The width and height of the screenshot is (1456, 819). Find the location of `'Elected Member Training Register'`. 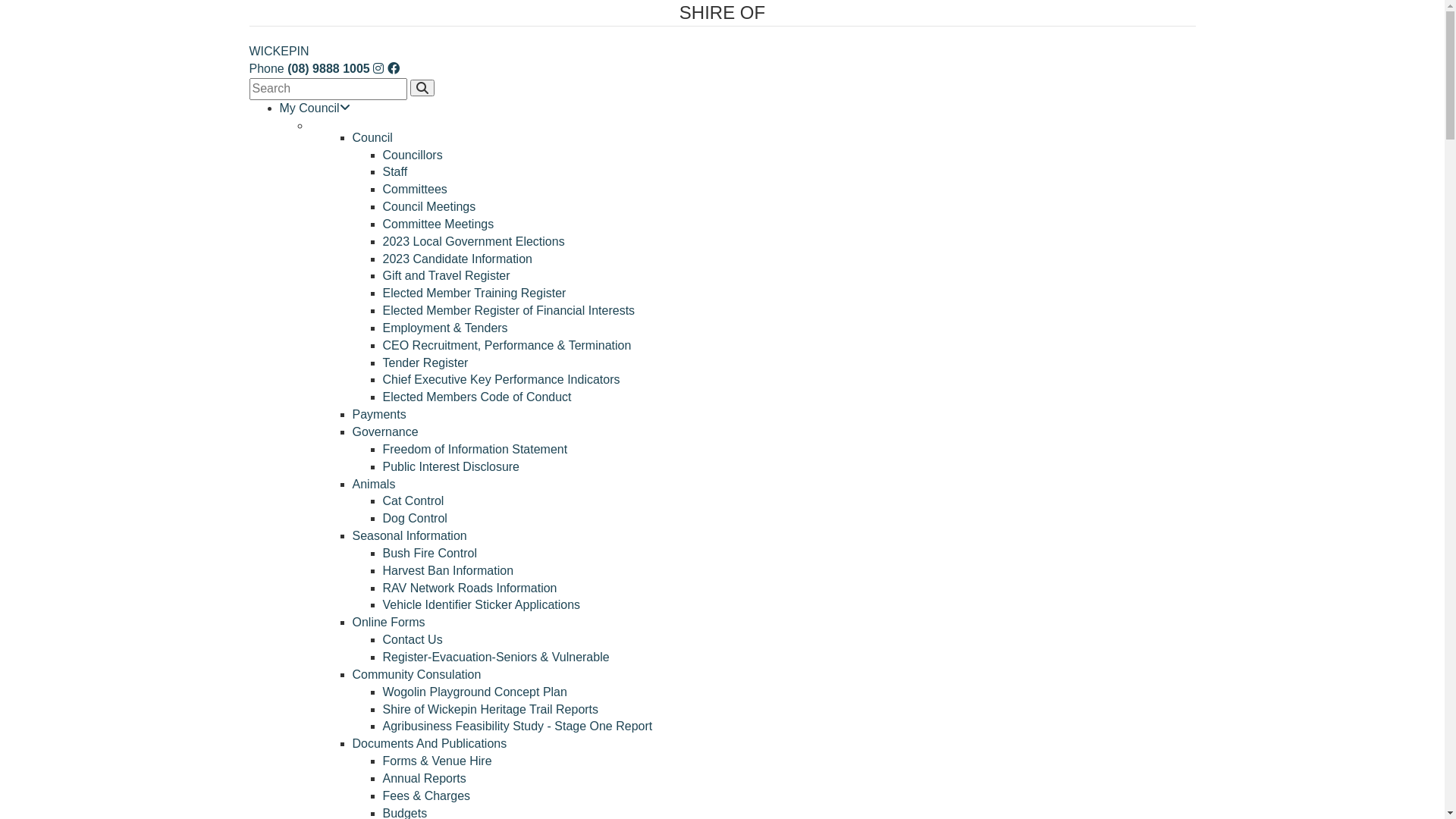

'Elected Member Training Register' is located at coordinates (472, 293).